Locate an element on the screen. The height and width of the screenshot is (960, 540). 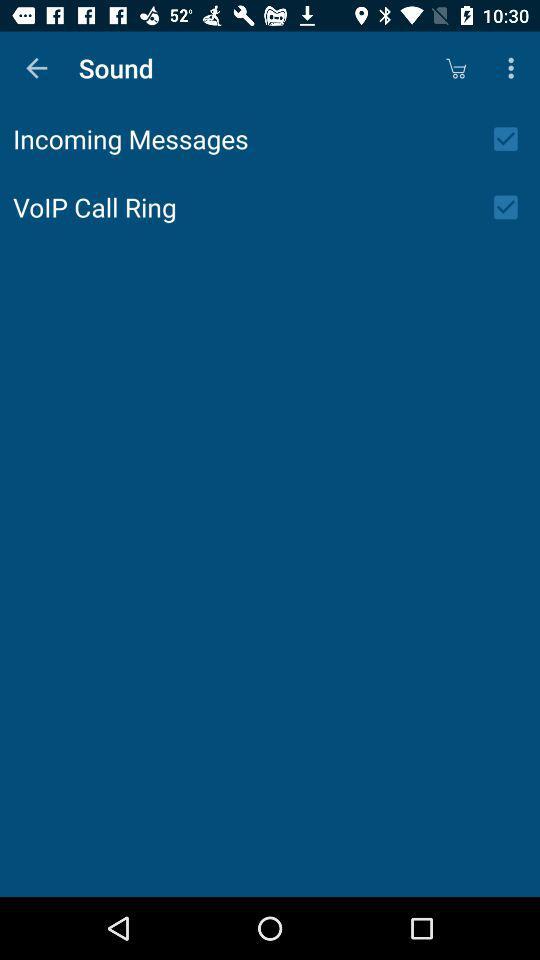
enable voip call ring option is located at coordinates (512, 207).